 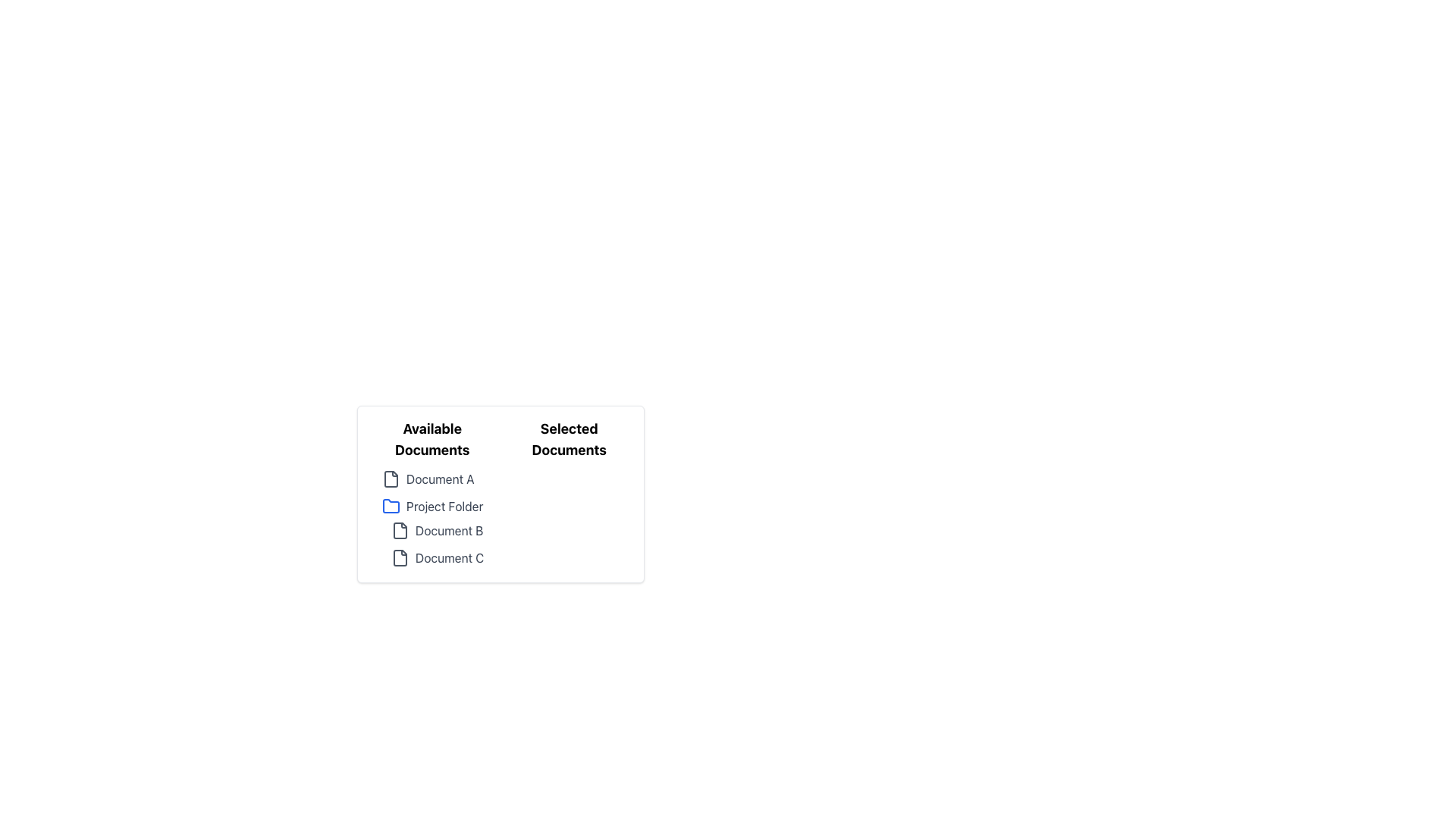 I want to click on the text element labeled 'Document B', which is the first item under 'Project Folder' and above 'Document C', so click(x=431, y=532).